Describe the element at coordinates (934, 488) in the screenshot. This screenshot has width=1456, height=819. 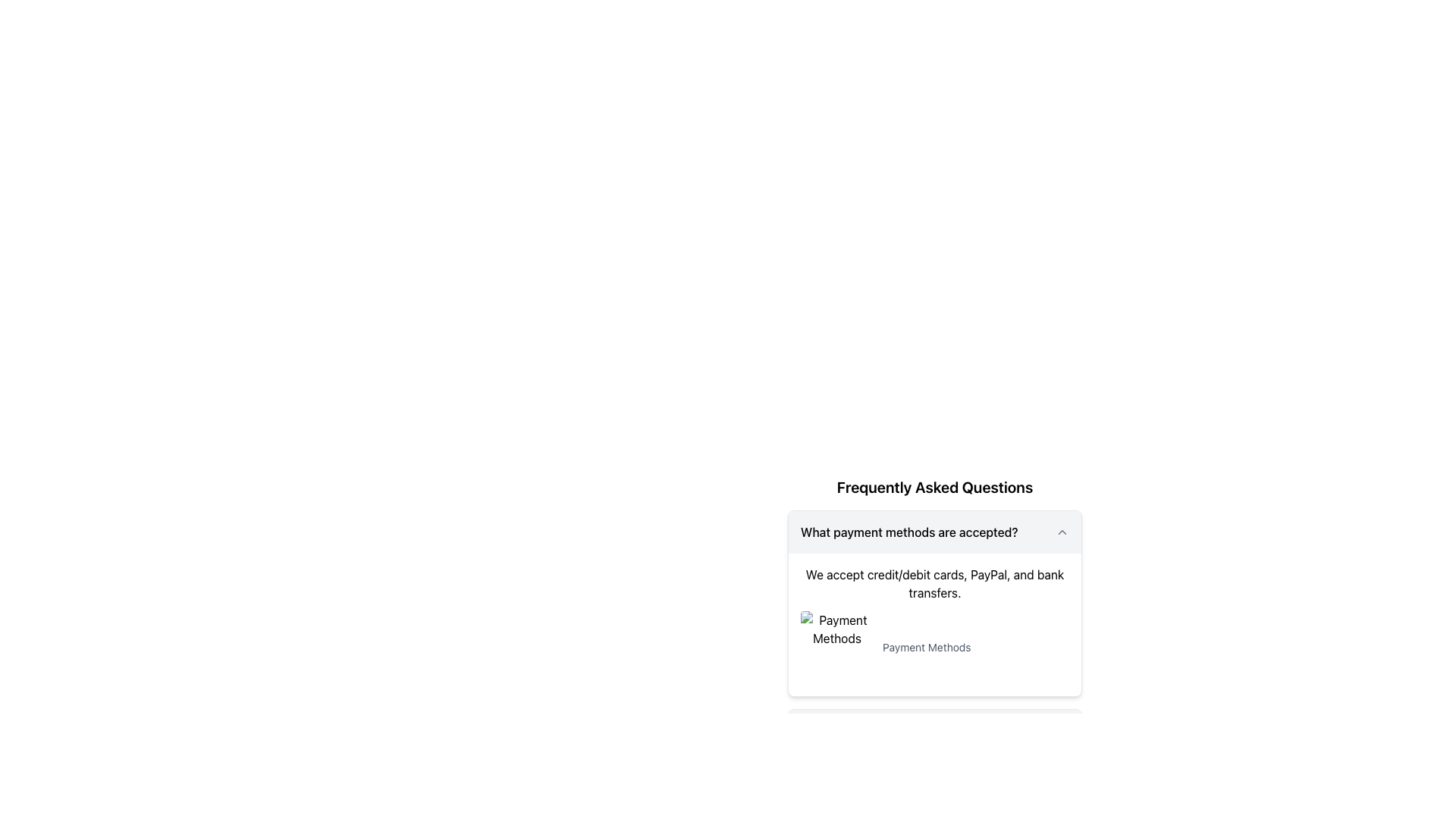
I see `the Text heading element at the top center of the FAQ section` at that location.